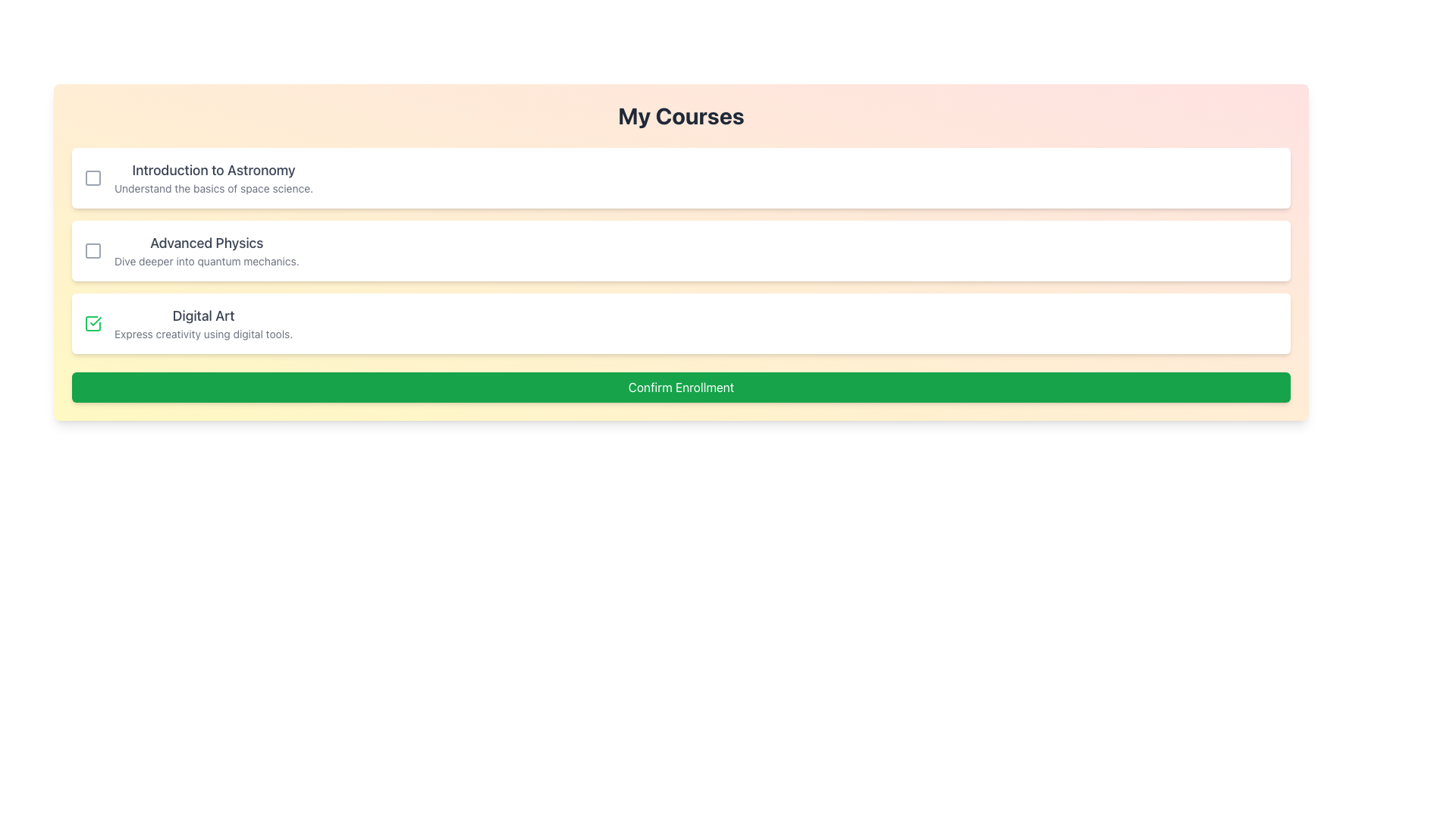  I want to click on first line of the text block that describes the 'Digital Art' course located in the third row of the 'My Courses' section, so click(202, 323).